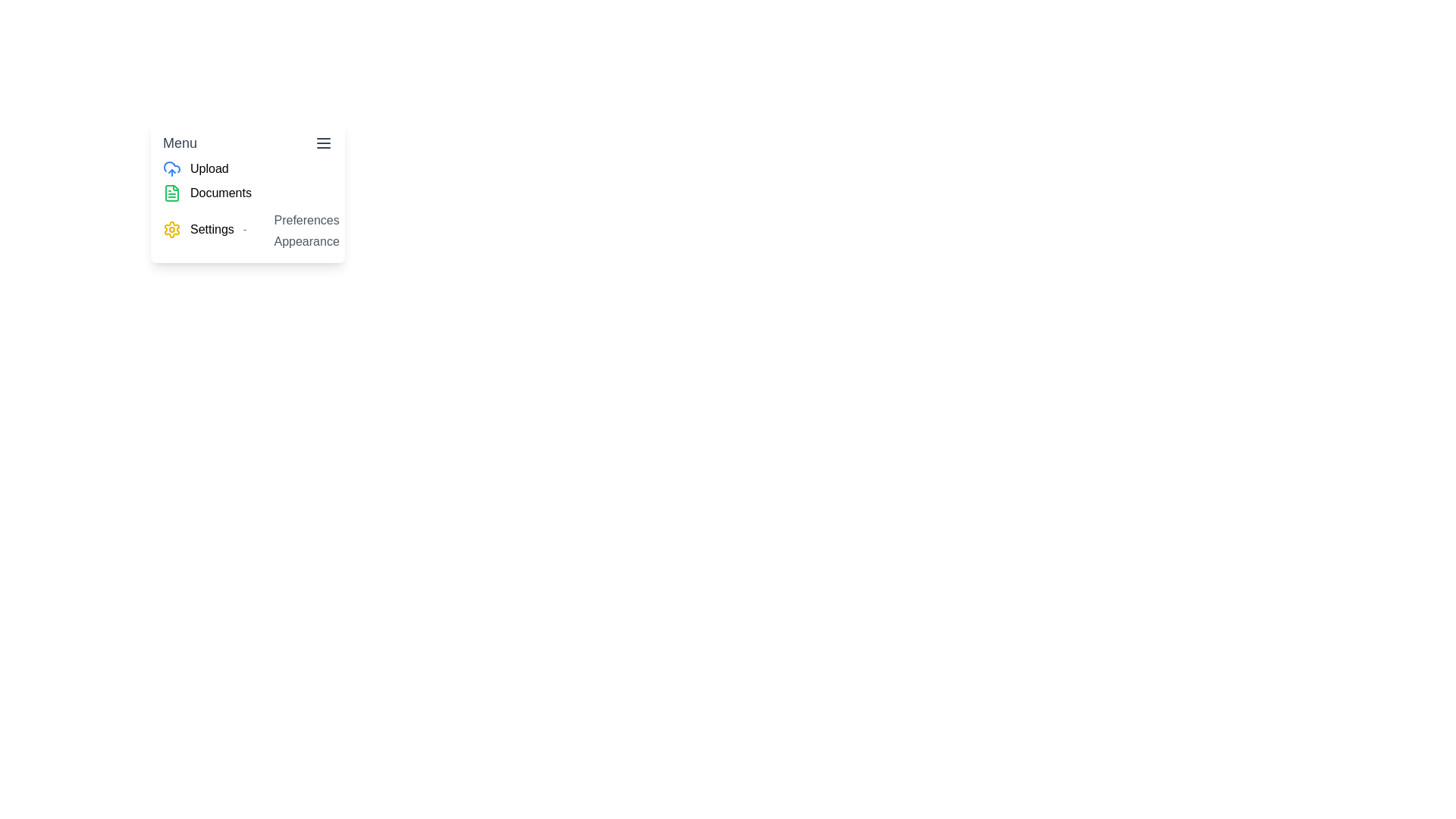 The height and width of the screenshot is (819, 1456). What do you see at coordinates (323, 143) in the screenshot?
I see `the dark gray three-line icon located at the right side of the 'Menu' text` at bounding box center [323, 143].